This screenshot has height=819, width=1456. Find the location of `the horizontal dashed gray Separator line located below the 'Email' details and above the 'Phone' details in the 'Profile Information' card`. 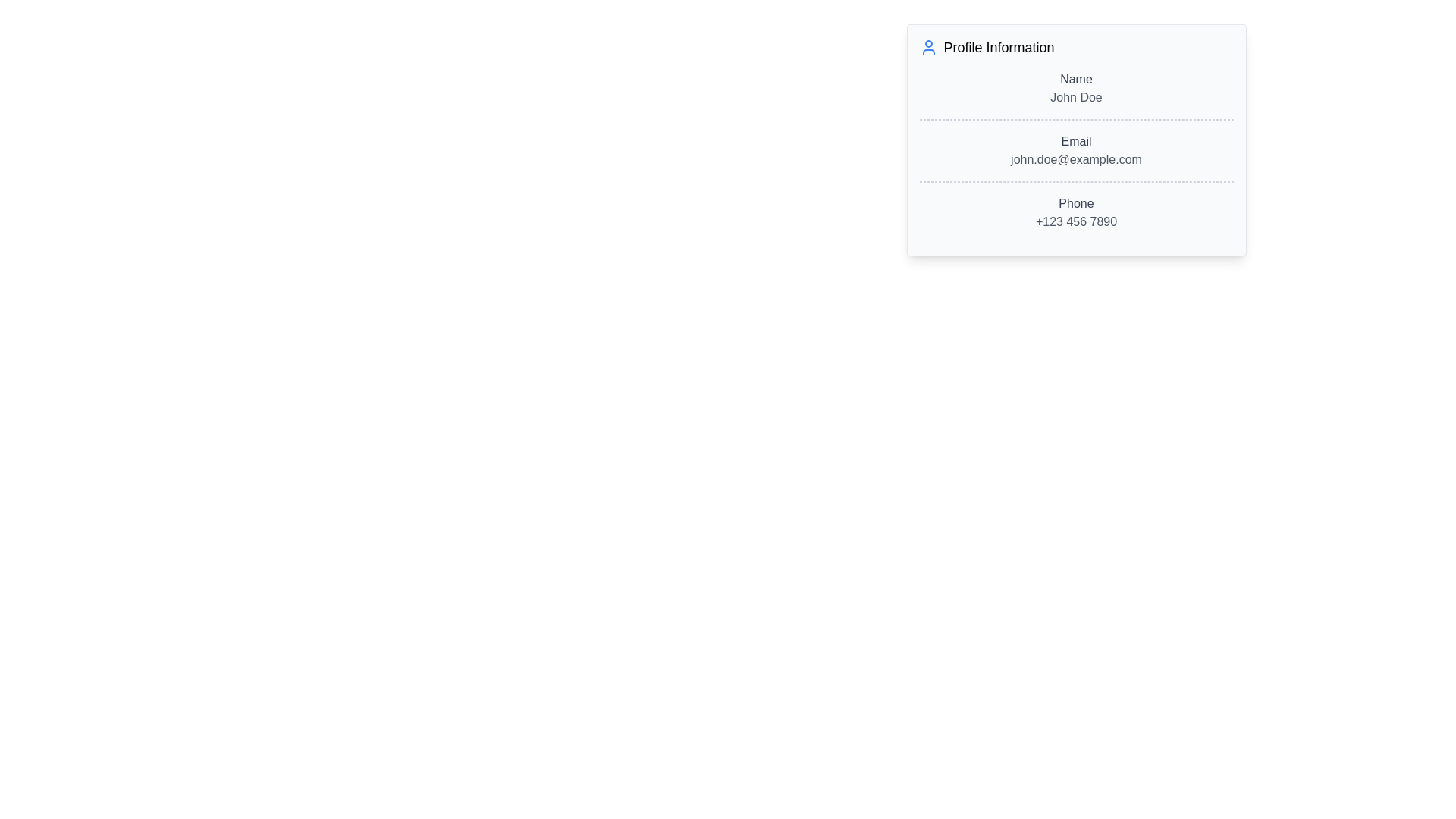

the horizontal dashed gray Separator line located below the 'Email' details and above the 'Phone' details in the 'Profile Information' card is located at coordinates (1075, 180).